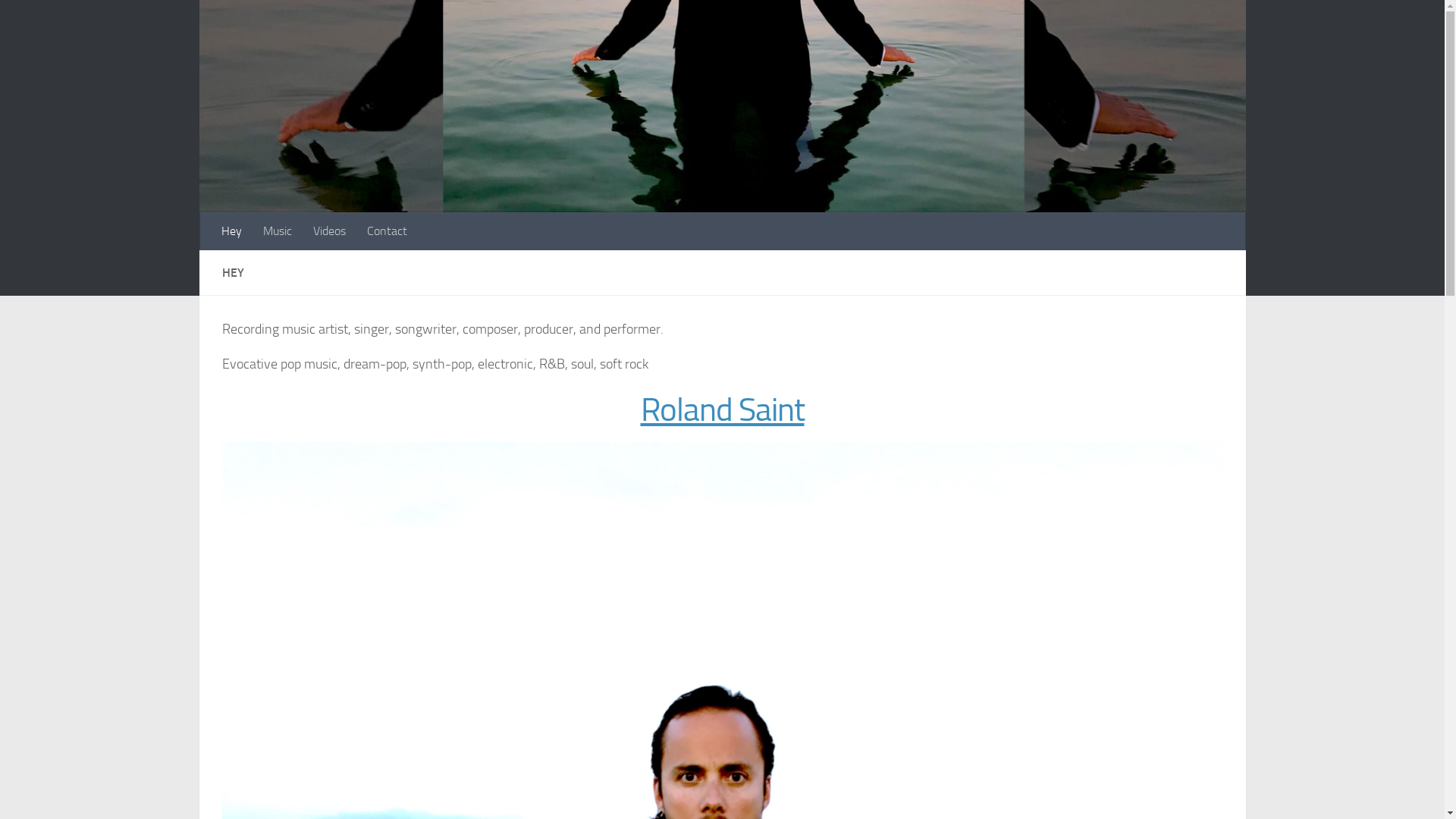  Describe the element at coordinates (3, 20) in the screenshot. I see `'Skip to content'` at that location.